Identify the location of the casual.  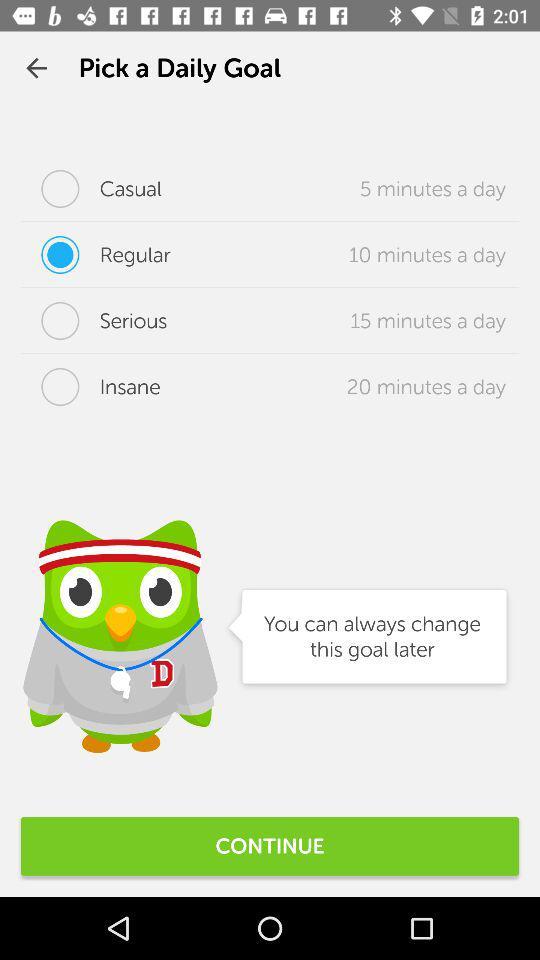
(90, 189).